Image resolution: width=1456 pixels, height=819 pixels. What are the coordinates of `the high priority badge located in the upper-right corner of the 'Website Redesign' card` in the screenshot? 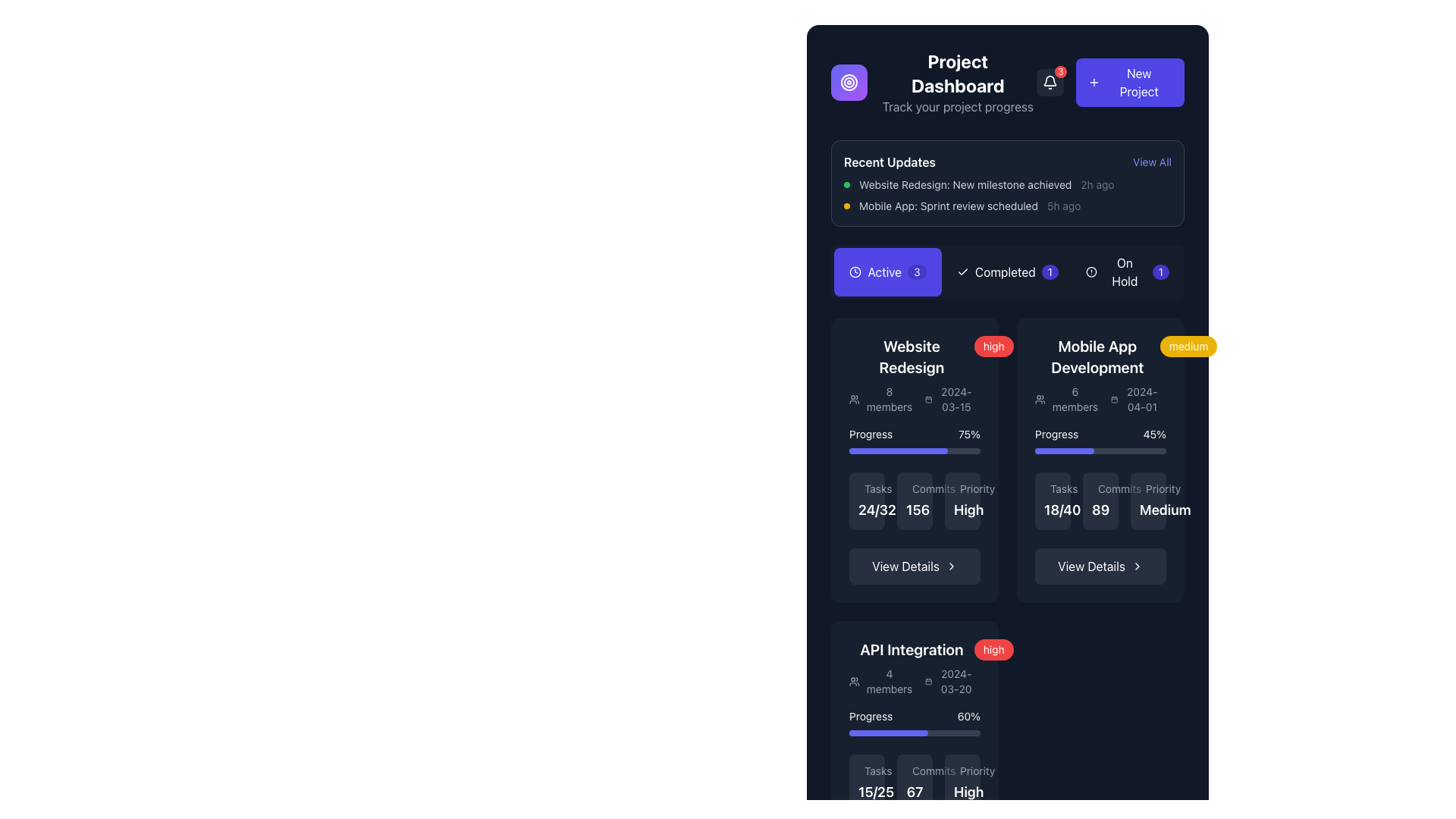 It's located at (993, 346).